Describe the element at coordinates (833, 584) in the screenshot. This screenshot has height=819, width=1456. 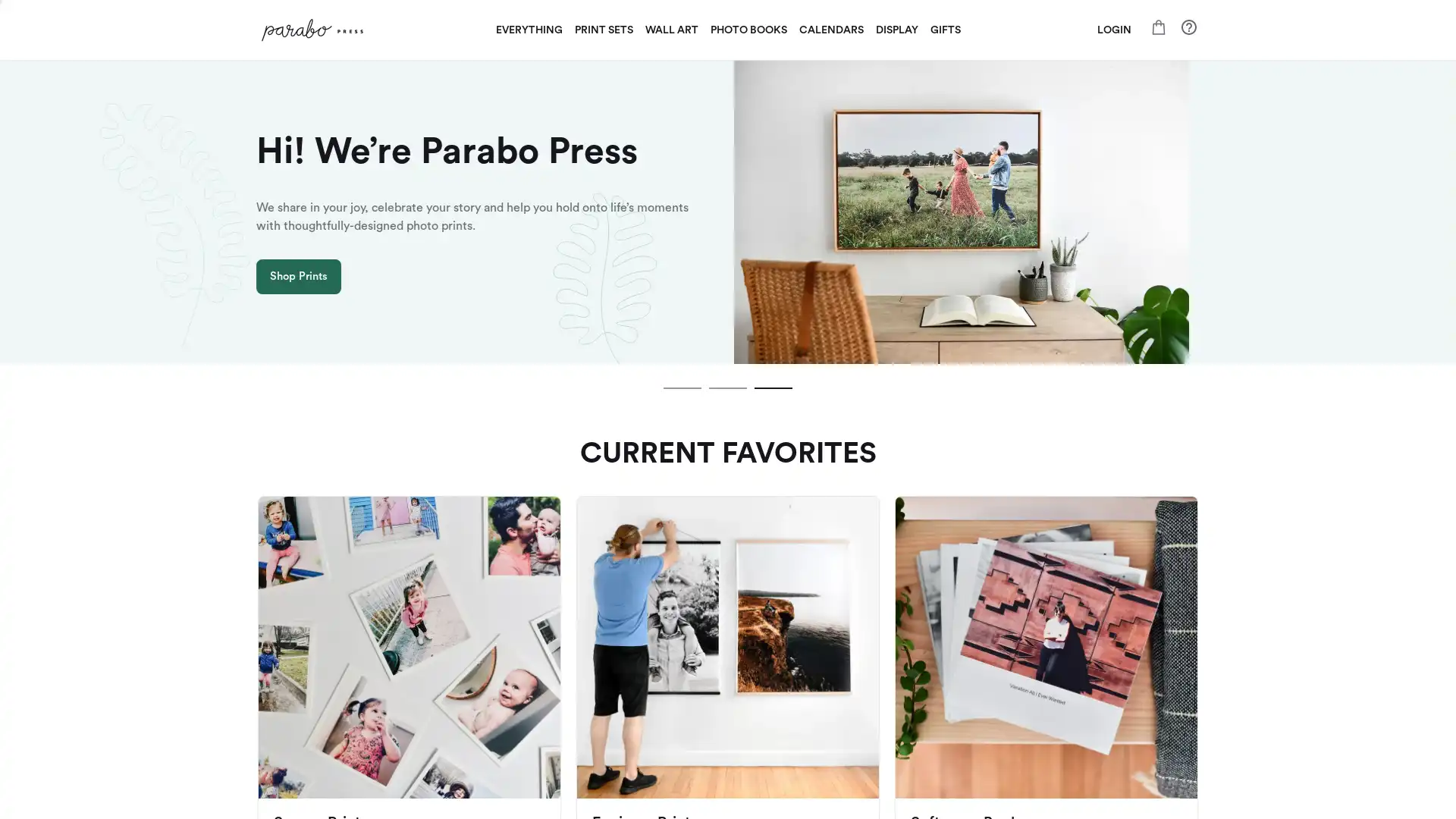
I see `subscribe` at that location.